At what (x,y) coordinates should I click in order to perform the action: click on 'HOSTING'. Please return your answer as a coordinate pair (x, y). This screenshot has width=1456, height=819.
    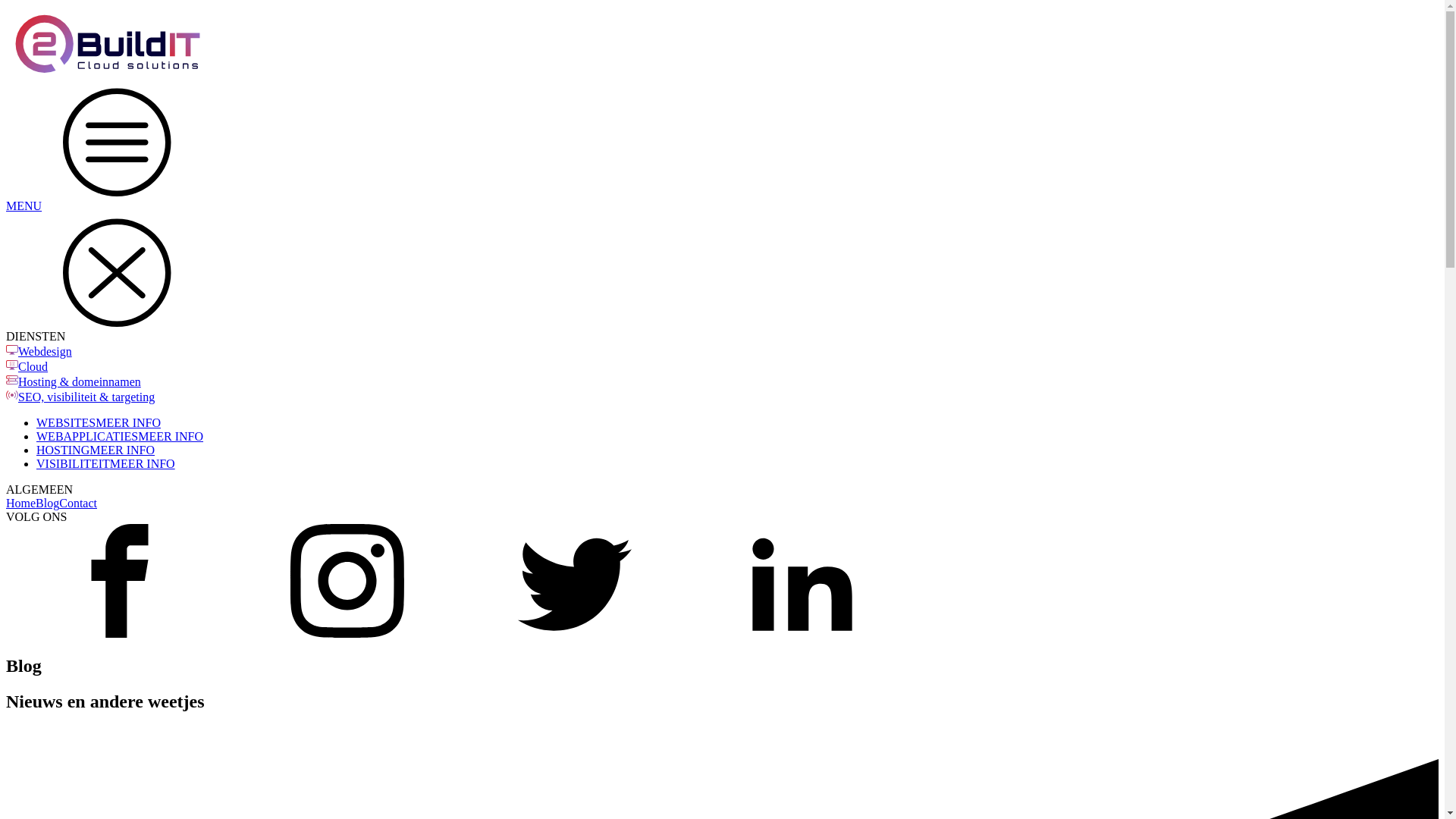
    Looking at the image, I should click on (36, 449).